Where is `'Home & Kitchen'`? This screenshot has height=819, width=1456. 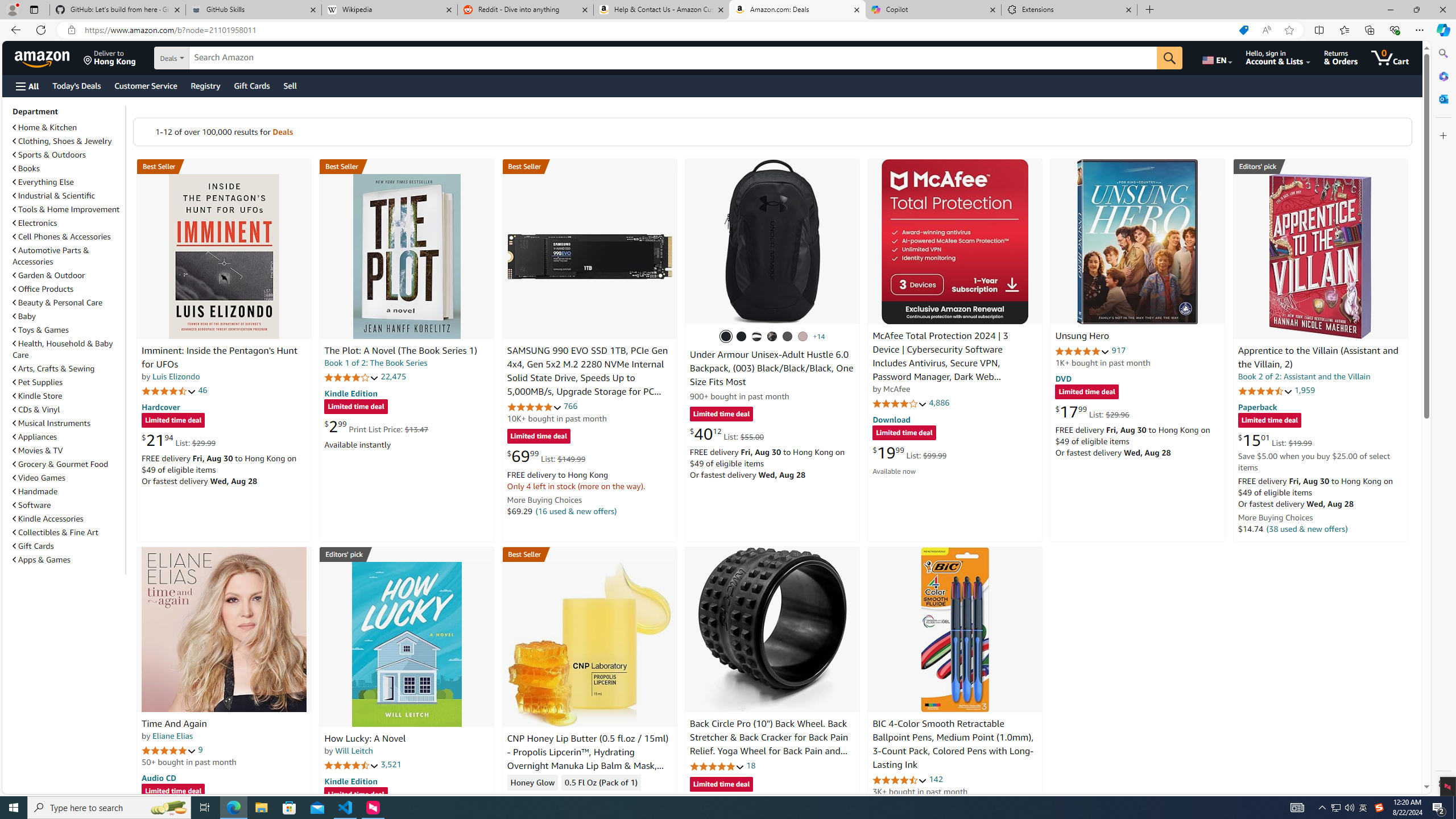
'Home & Kitchen' is located at coordinates (44, 126).